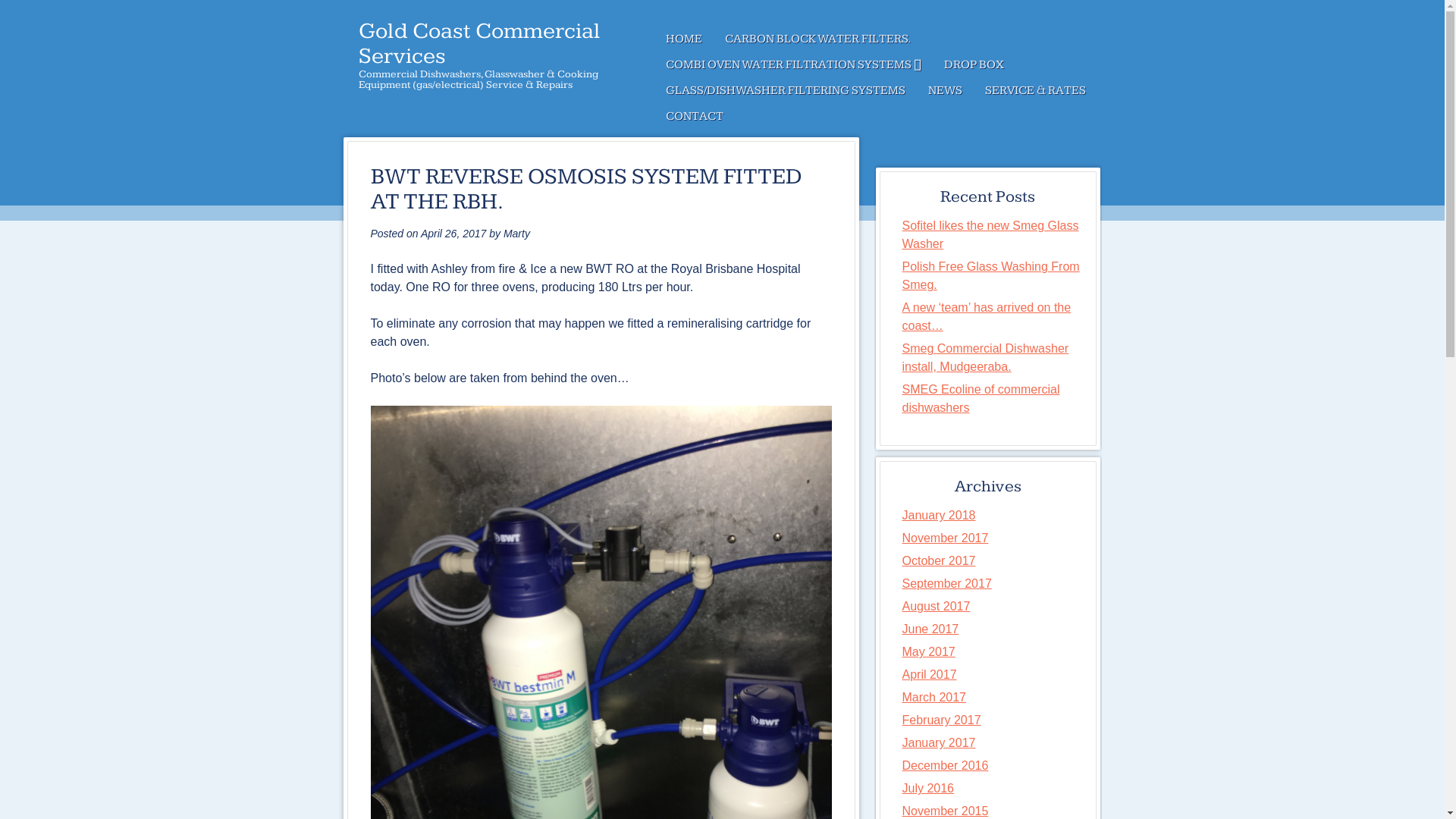 The height and width of the screenshot is (819, 1456). What do you see at coordinates (941, 719) in the screenshot?
I see `'February 2017'` at bounding box center [941, 719].